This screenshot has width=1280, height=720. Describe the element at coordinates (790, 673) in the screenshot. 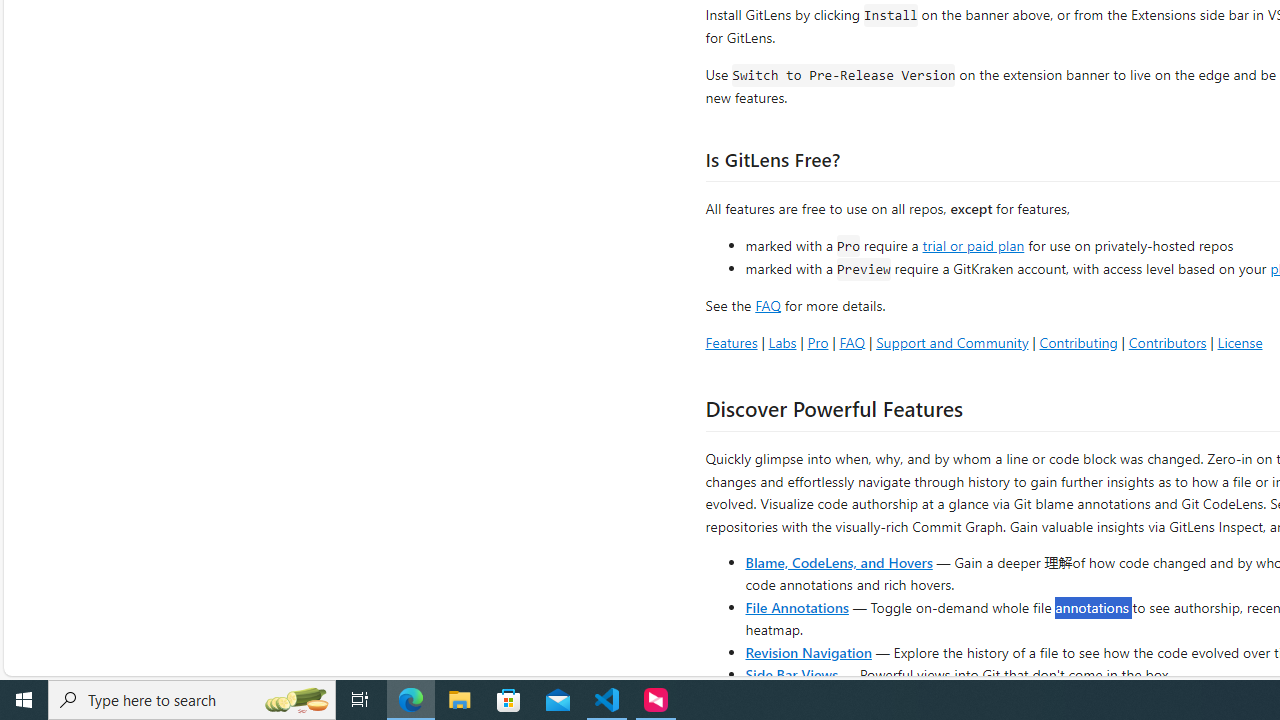

I see `'Side Bar Views'` at that location.